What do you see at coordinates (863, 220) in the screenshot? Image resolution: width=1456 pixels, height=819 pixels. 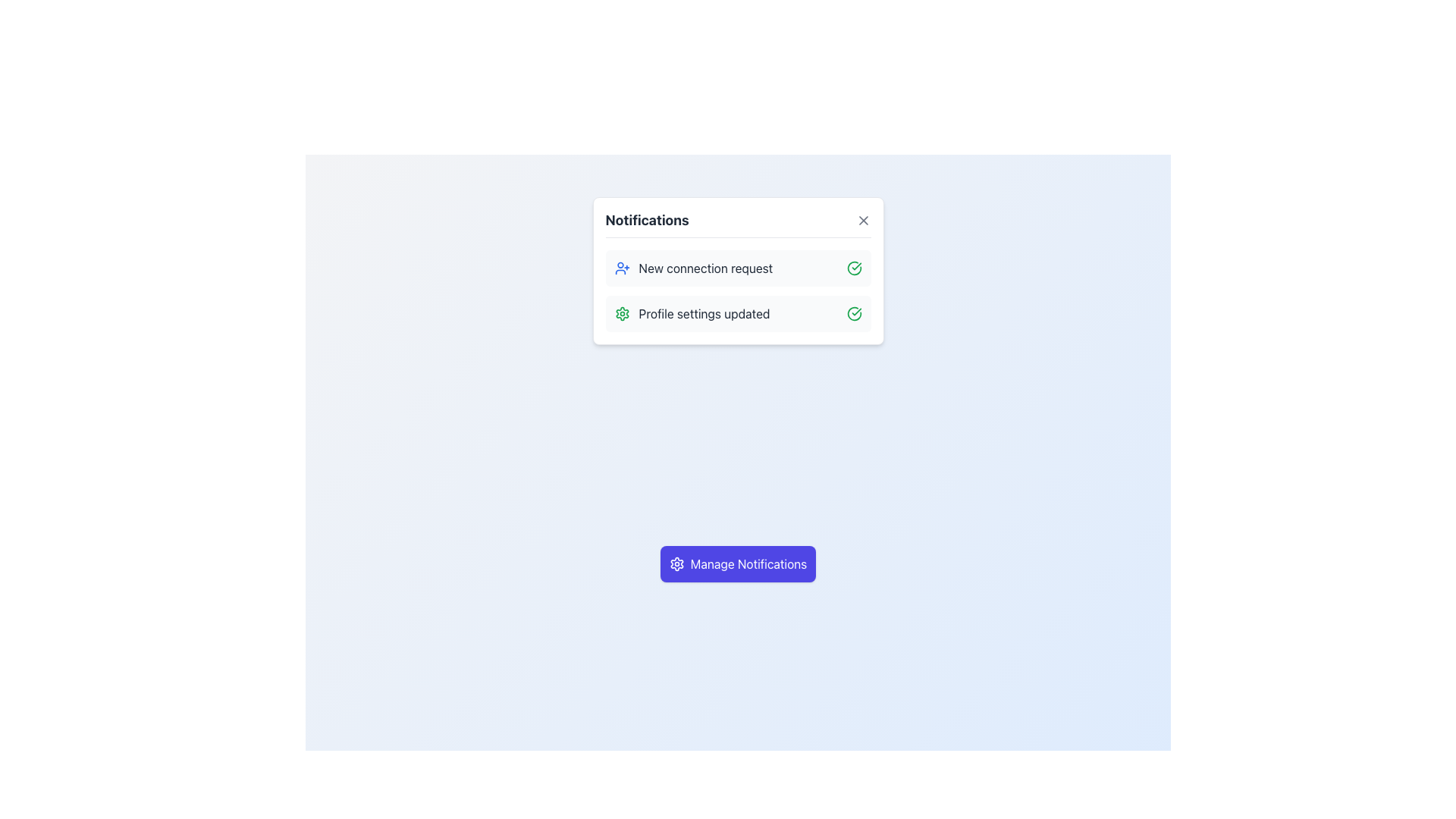 I see `the close icon button, which is a diagonal cross icon in the top-right corner of the notification box` at bounding box center [863, 220].